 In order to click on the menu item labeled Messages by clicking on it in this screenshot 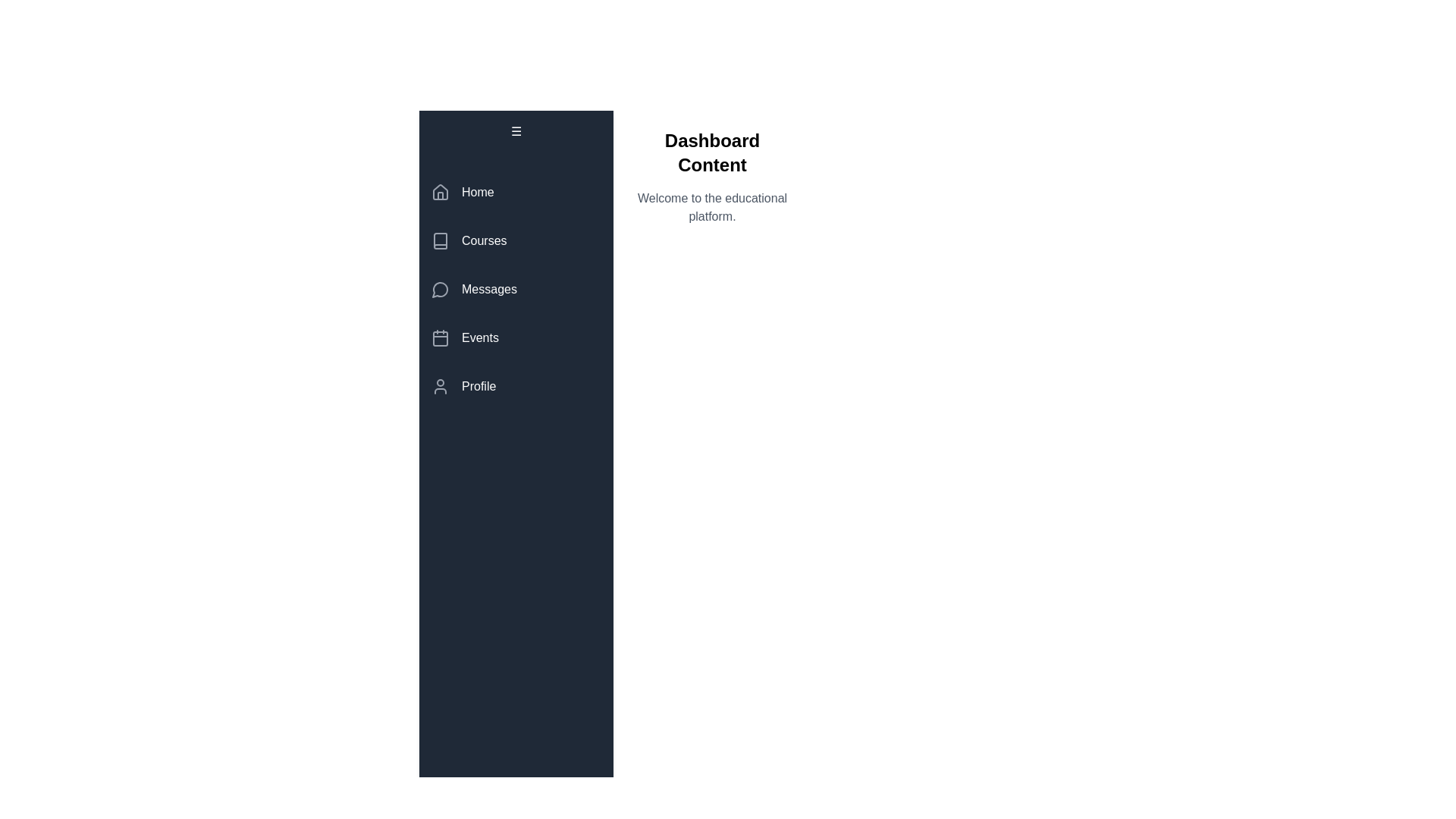, I will do `click(516, 289)`.